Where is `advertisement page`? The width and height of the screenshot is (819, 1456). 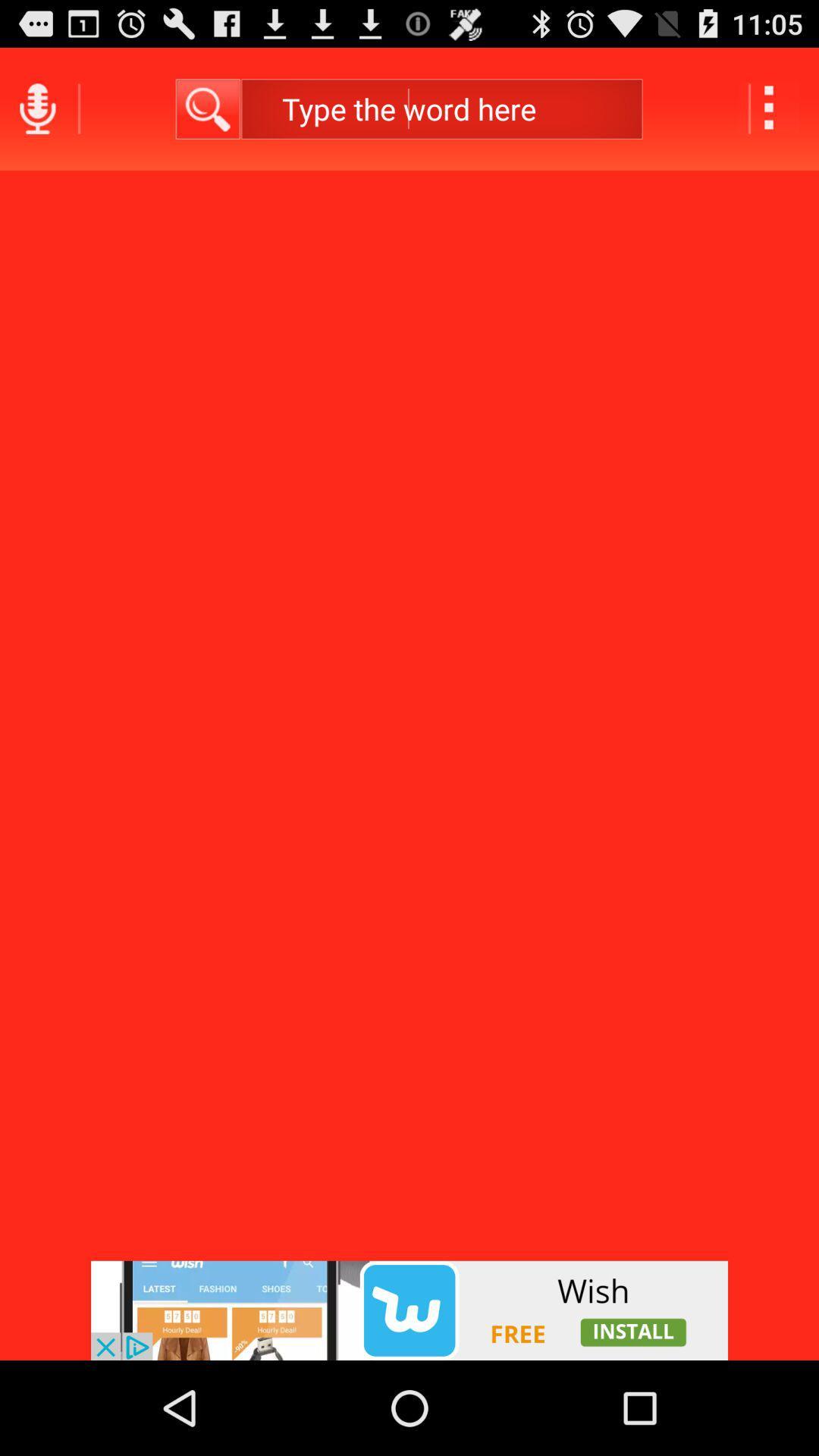
advertisement page is located at coordinates (409, 1310).